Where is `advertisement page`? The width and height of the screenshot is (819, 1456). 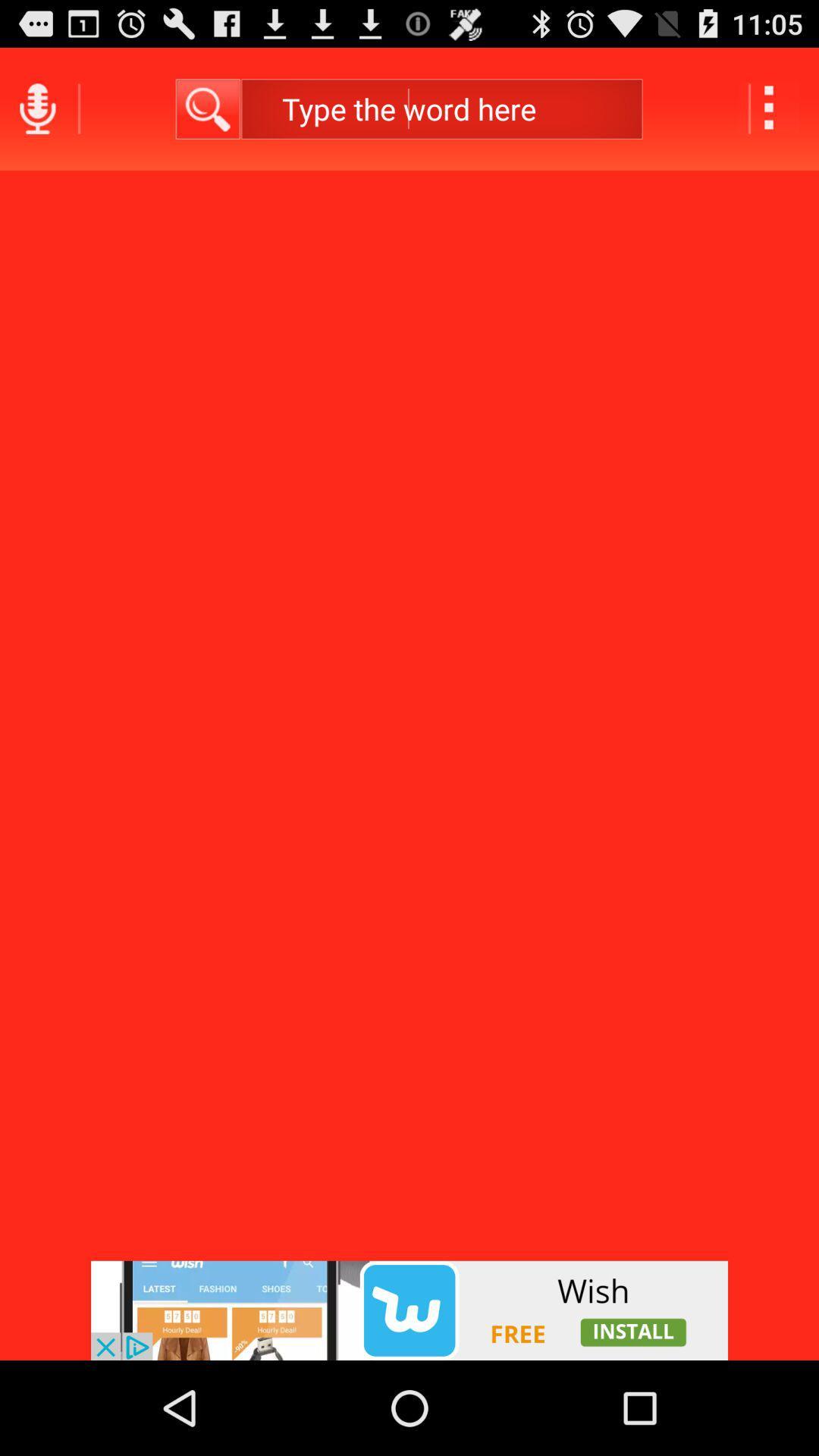
advertisement page is located at coordinates (409, 1310).